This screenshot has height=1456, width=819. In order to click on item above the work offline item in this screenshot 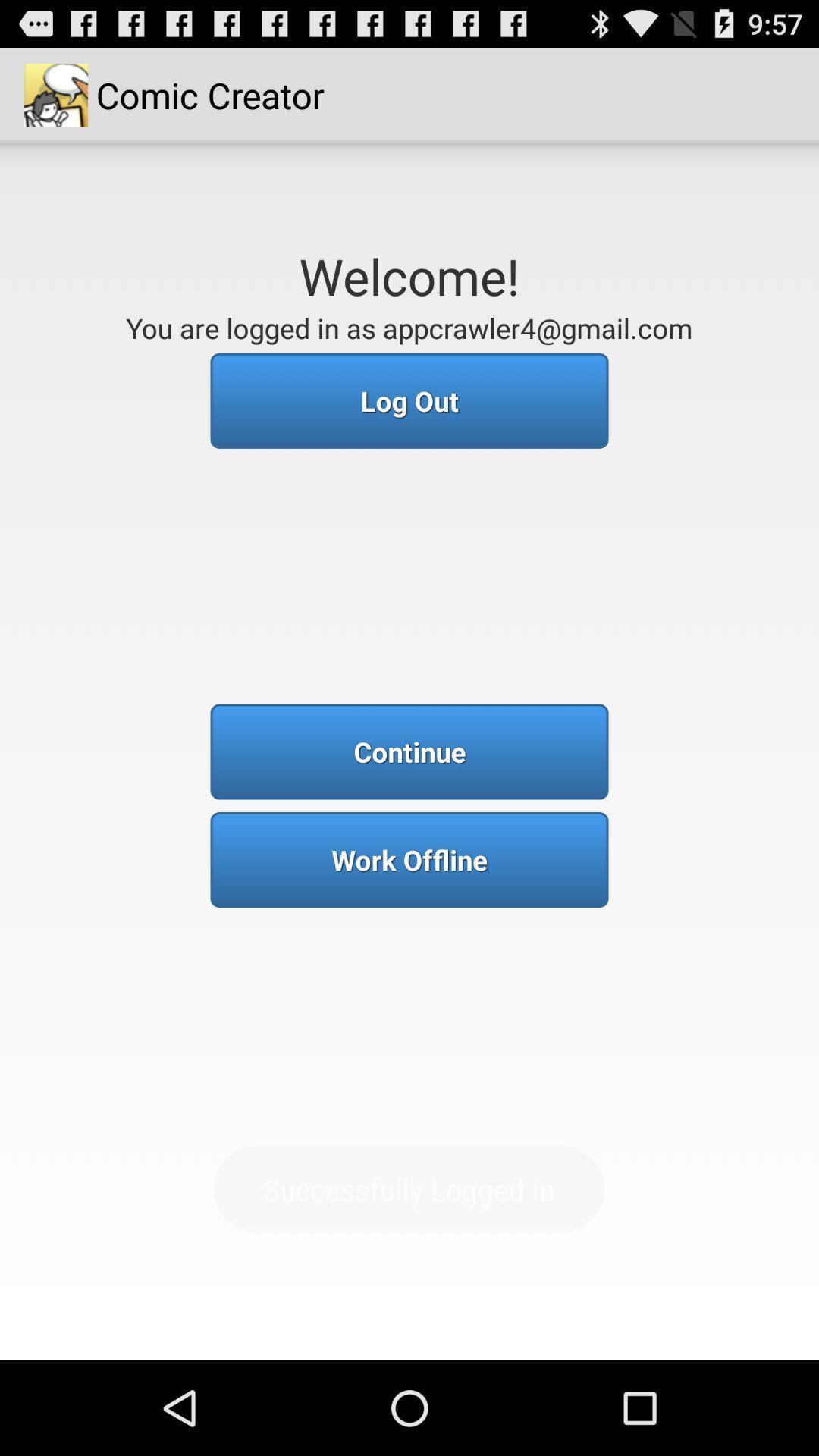, I will do `click(409, 752)`.